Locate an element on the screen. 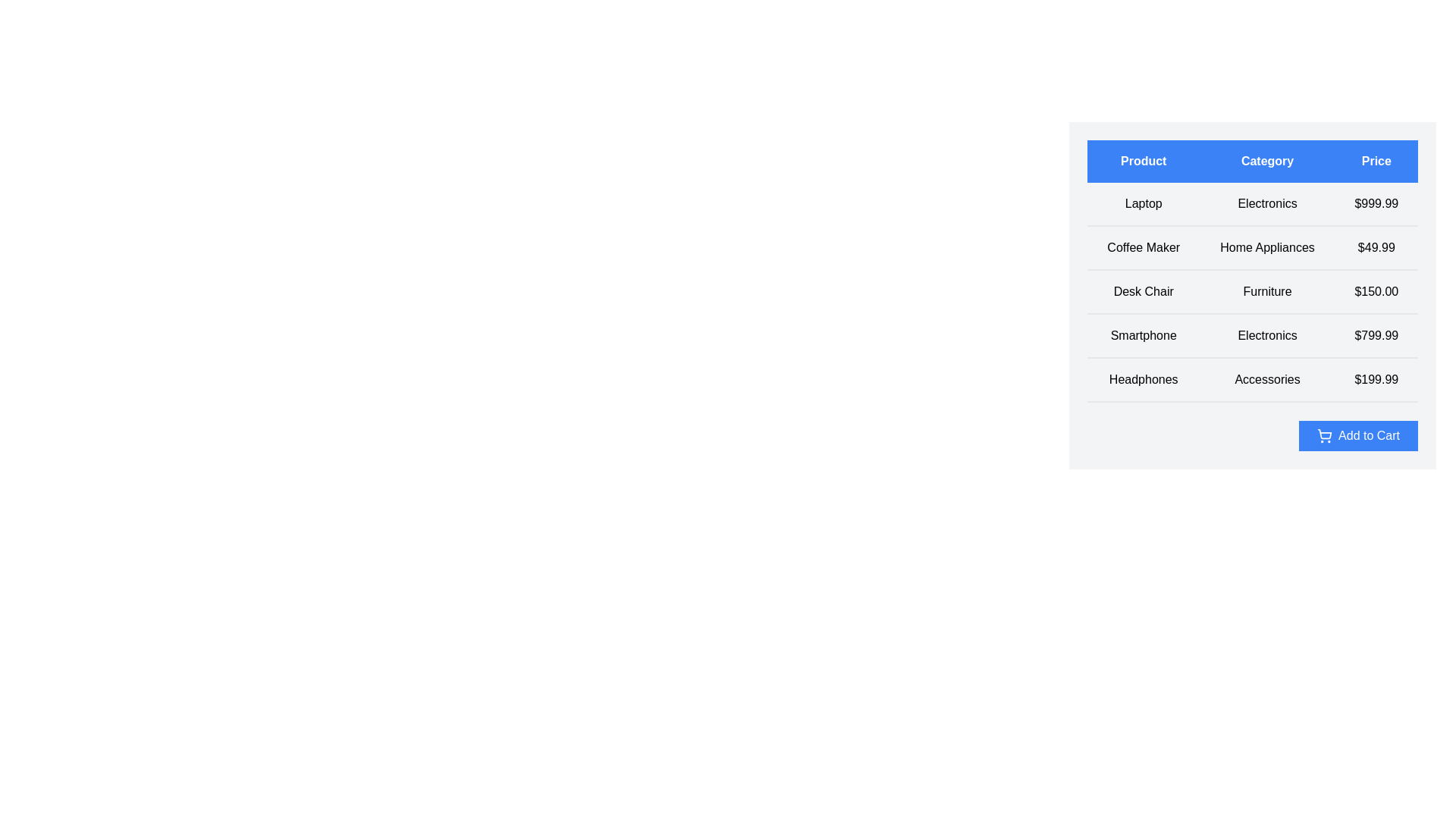  the text label displaying '$999.99' in the 'Price' column of the table, which corresponds to the 'Laptop' product in the first row is located at coordinates (1376, 203).